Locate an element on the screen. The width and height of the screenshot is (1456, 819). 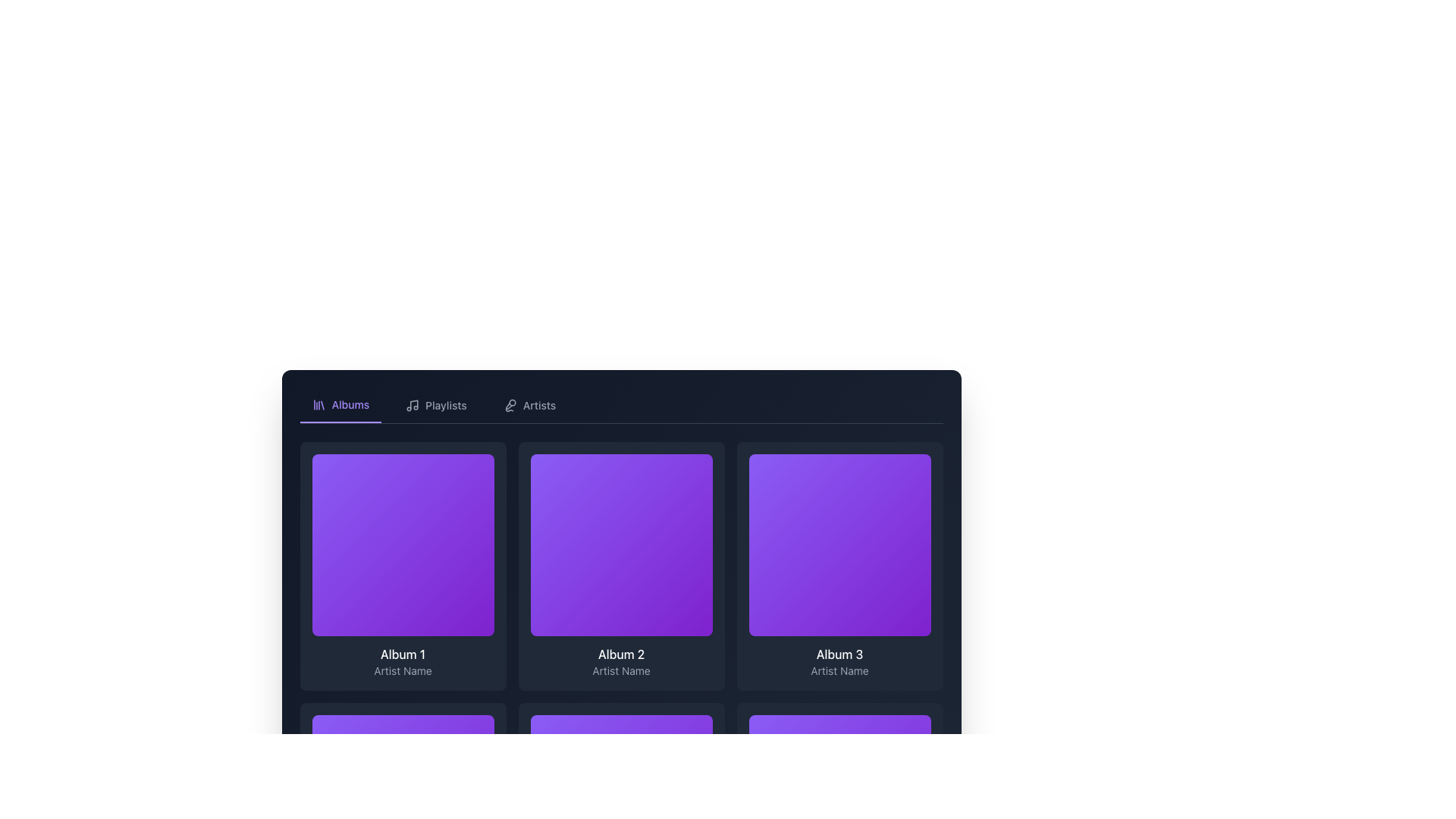
the Text label that identifies the album title, located below the album cover image within its card is located at coordinates (403, 654).